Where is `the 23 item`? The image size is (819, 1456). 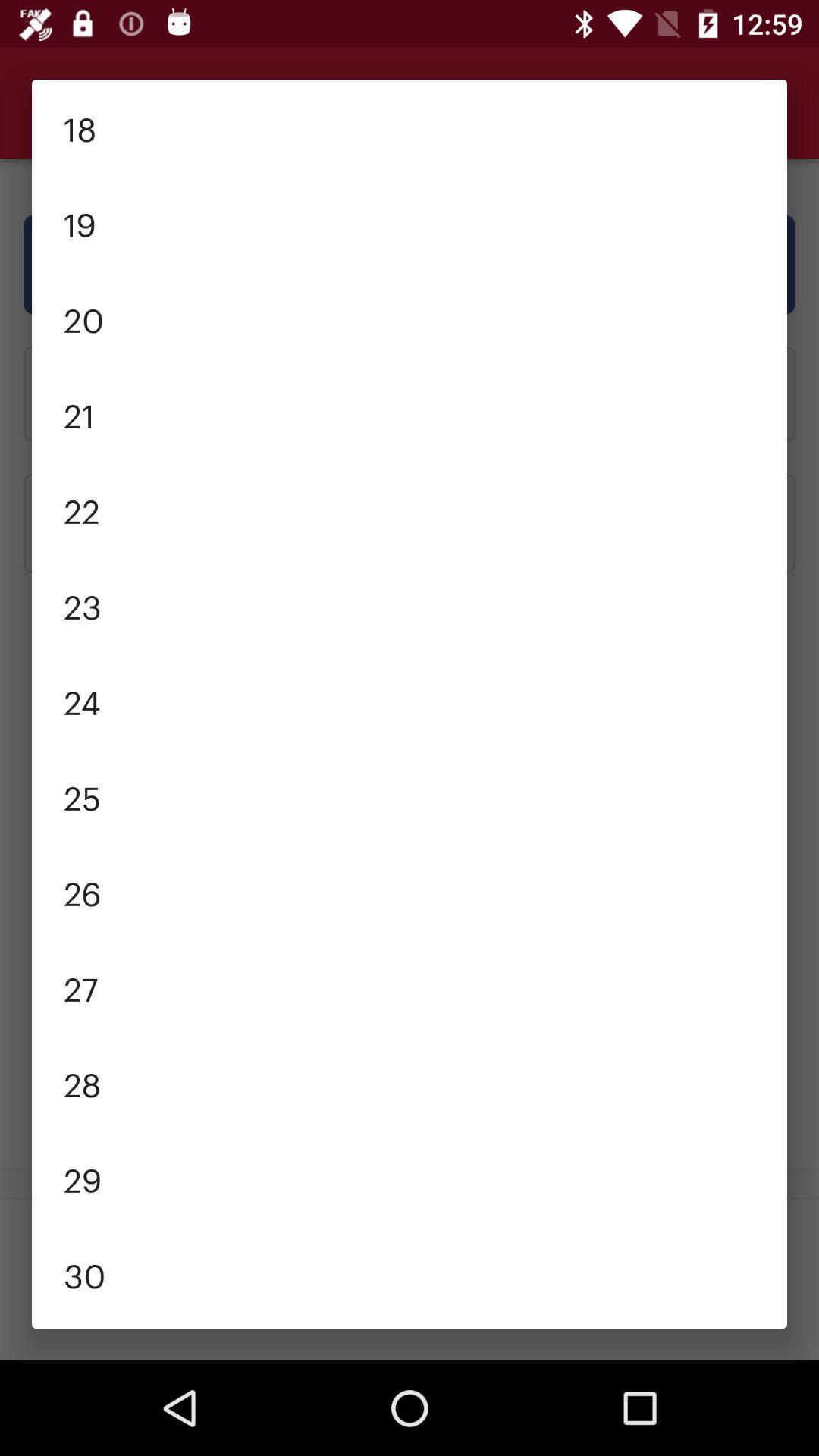 the 23 item is located at coordinates (409, 604).